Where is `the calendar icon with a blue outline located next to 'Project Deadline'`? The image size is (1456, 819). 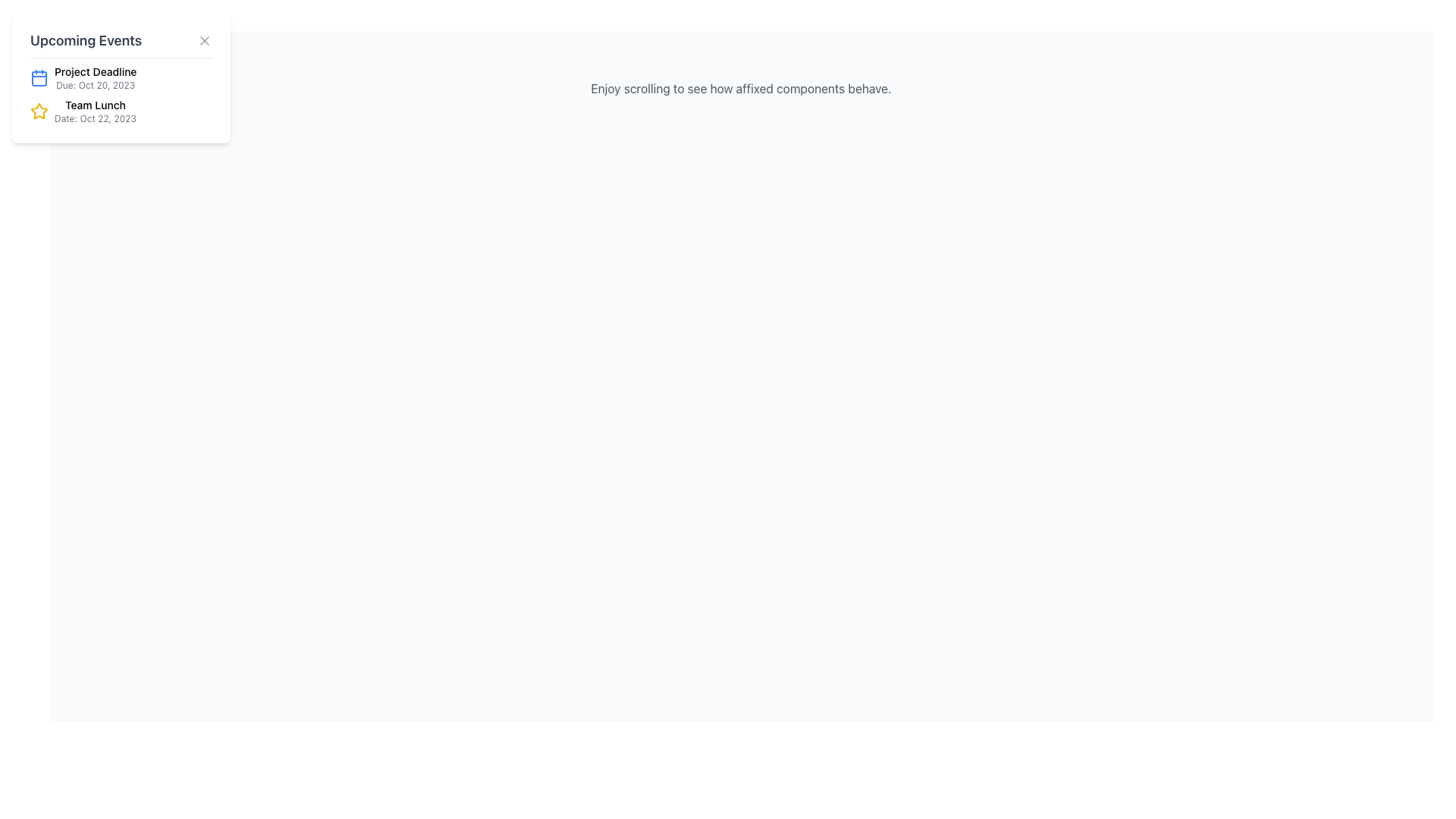 the calendar icon with a blue outline located next to 'Project Deadline' is located at coordinates (39, 78).